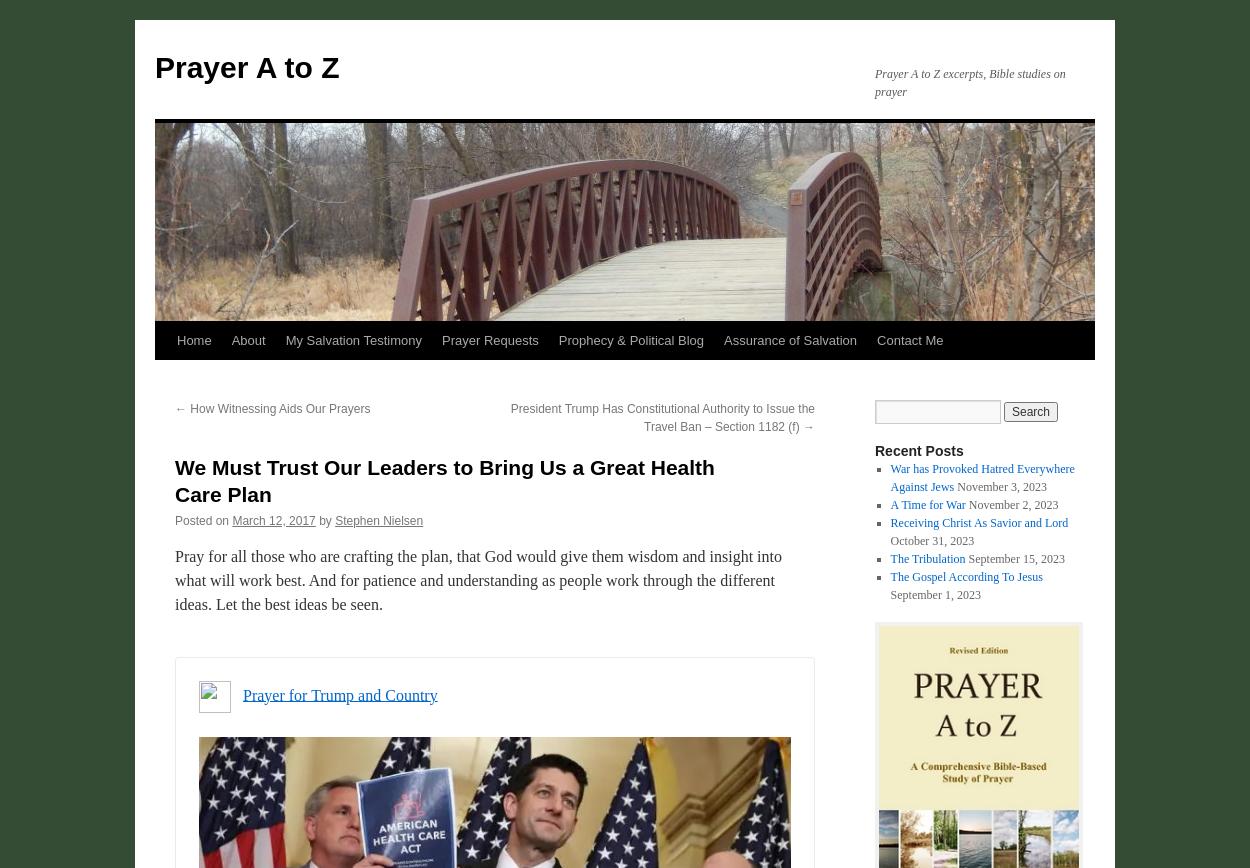 Image resolution: width=1250 pixels, height=868 pixels. What do you see at coordinates (339, 694) in the screenshot?
I see `'Prayer for Trump and Country'` at bounding box center [339, 694].